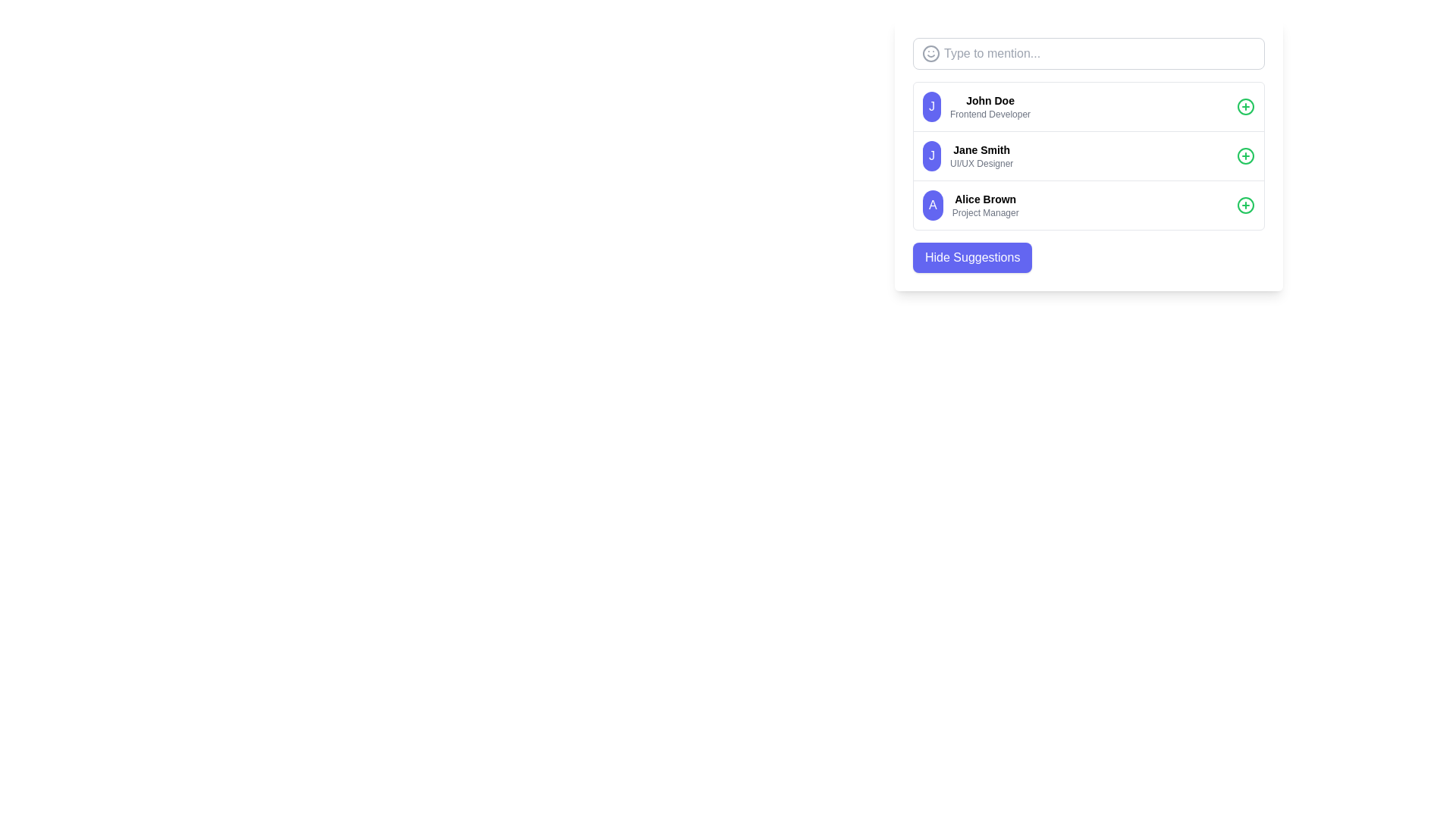 The height and width of the screenshot is (819, 1456). Describe the element at coordinates (972, 256) in the screenshot. I see `the button located at the bottom center of the suggestion panel to hide the suggestions` at that location.